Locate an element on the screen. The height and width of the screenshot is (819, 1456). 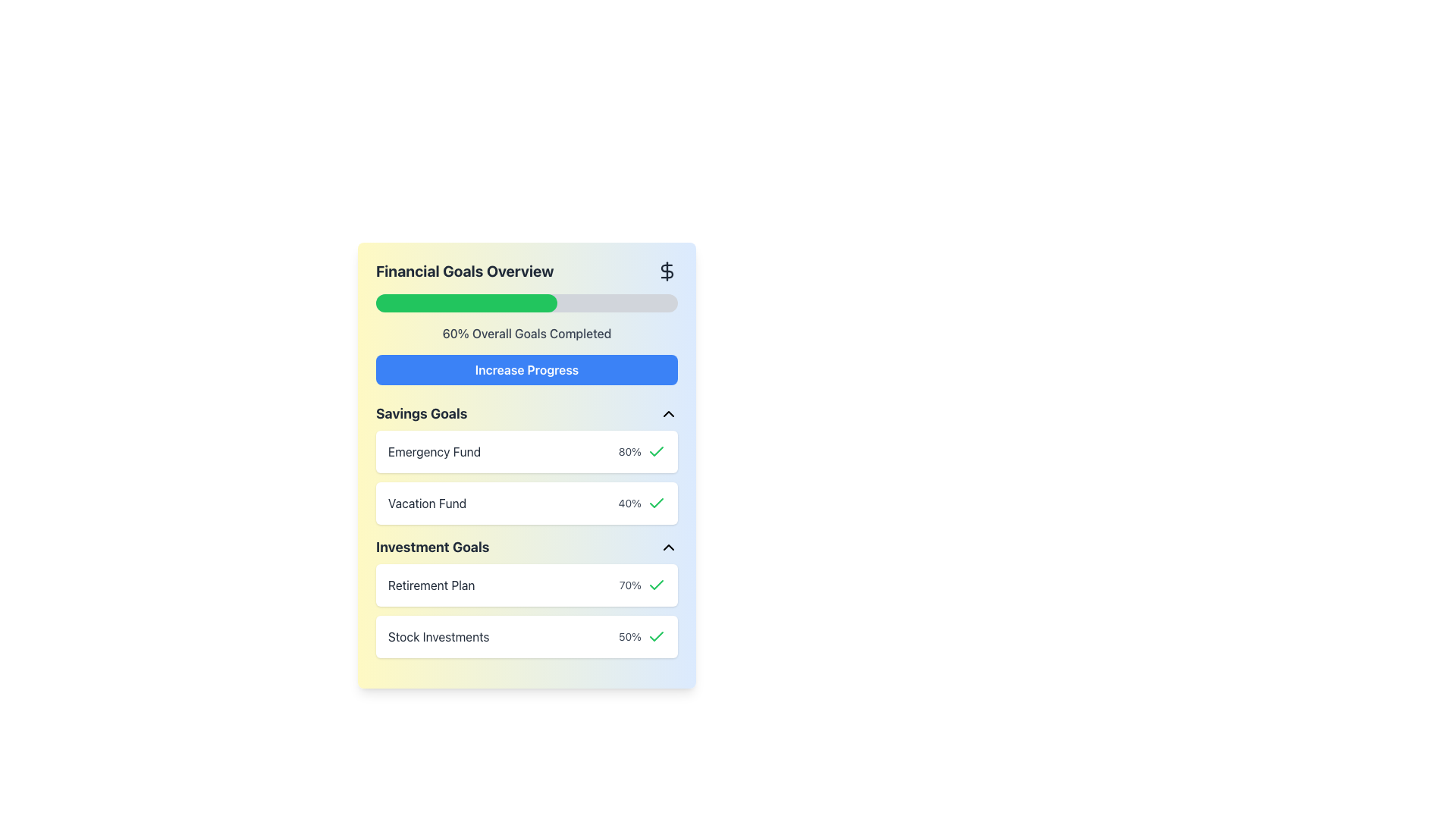
the static success icon indicating the completion of the 'Stock Investments' entry, positioned at the far right of the row containing '50%' is located at coordinates (656, 637).